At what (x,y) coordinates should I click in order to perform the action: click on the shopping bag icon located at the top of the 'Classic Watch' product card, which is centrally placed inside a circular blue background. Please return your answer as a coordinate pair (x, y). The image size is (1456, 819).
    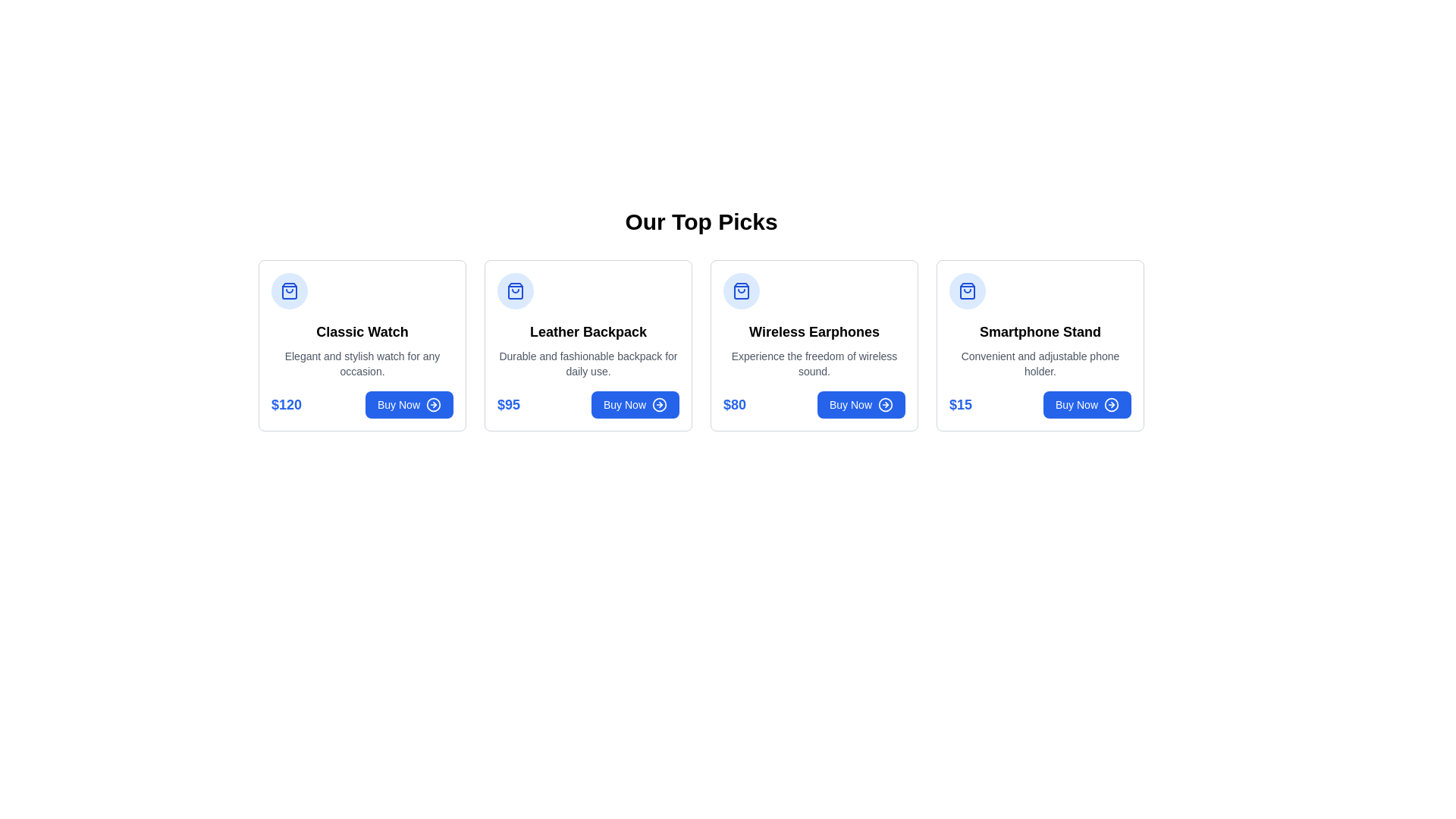
    Looking at the image, I should click on (290, 291).